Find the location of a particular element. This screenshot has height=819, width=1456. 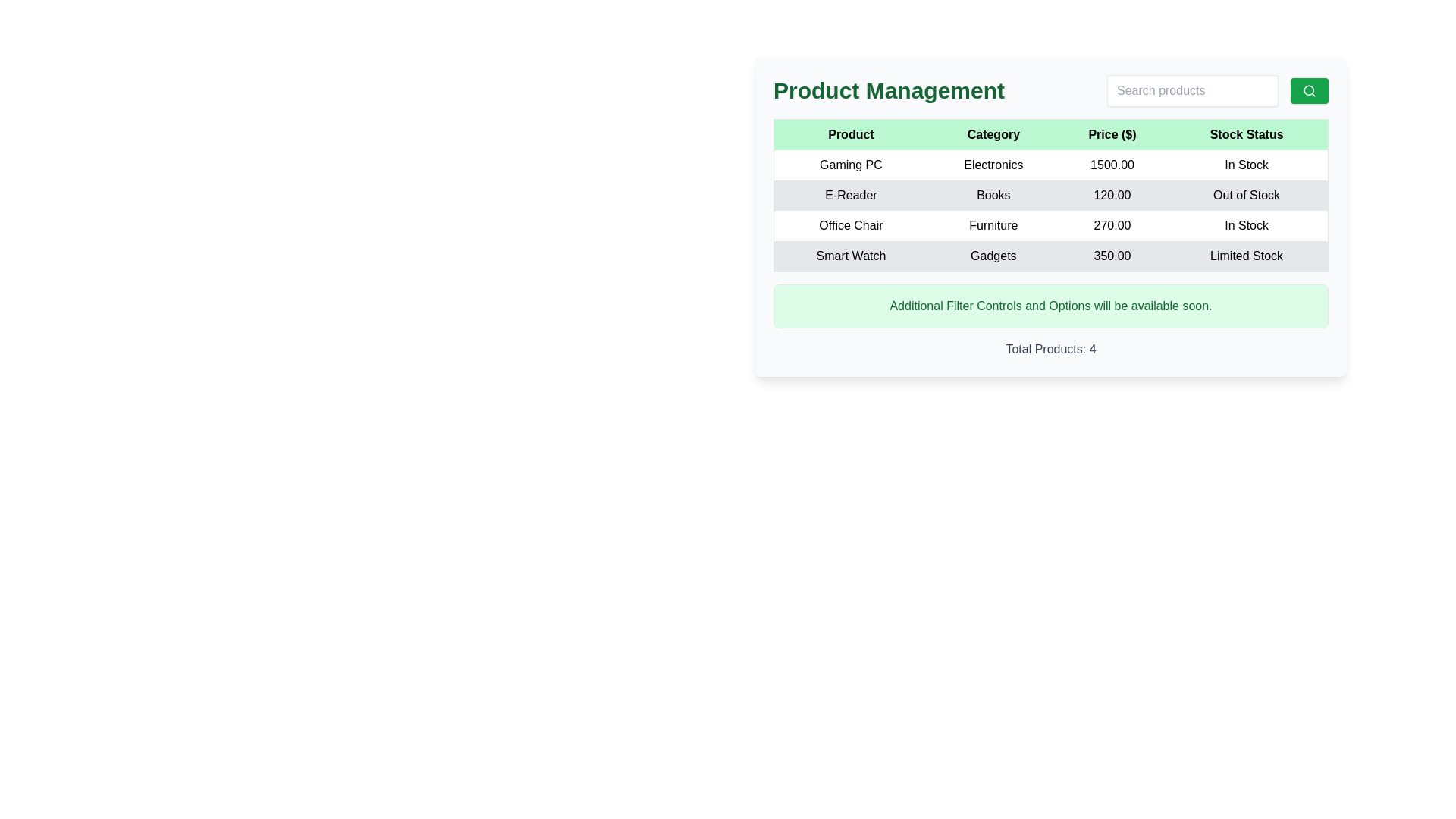

the Text Label displaying 'Total Products: 4' which is styled in dark gray and positioned below the green-highlighted message about additional filter controls is located at coordinates (1050, 350).